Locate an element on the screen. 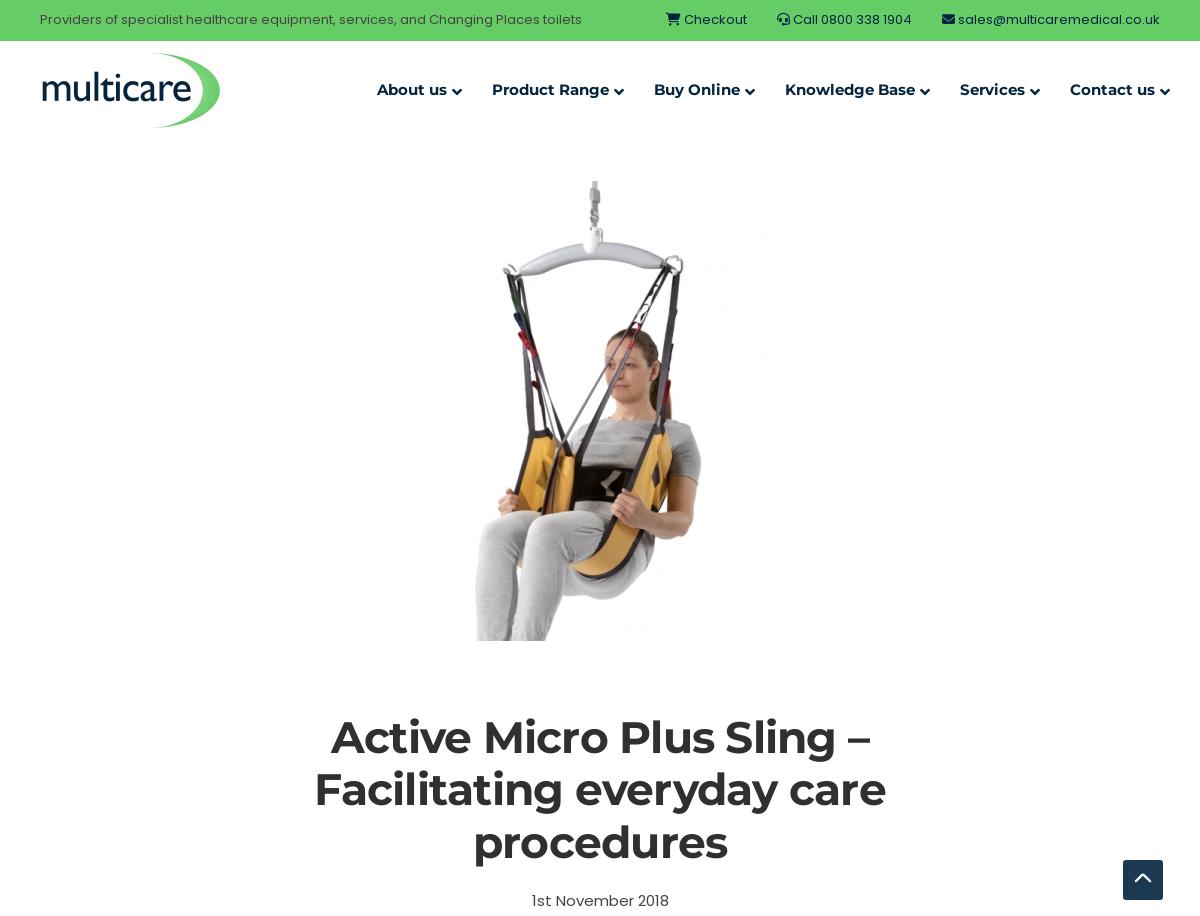 This screenshot has width=1200, height=916. '024 7647 2600' is located at coordinates (1046, 304).